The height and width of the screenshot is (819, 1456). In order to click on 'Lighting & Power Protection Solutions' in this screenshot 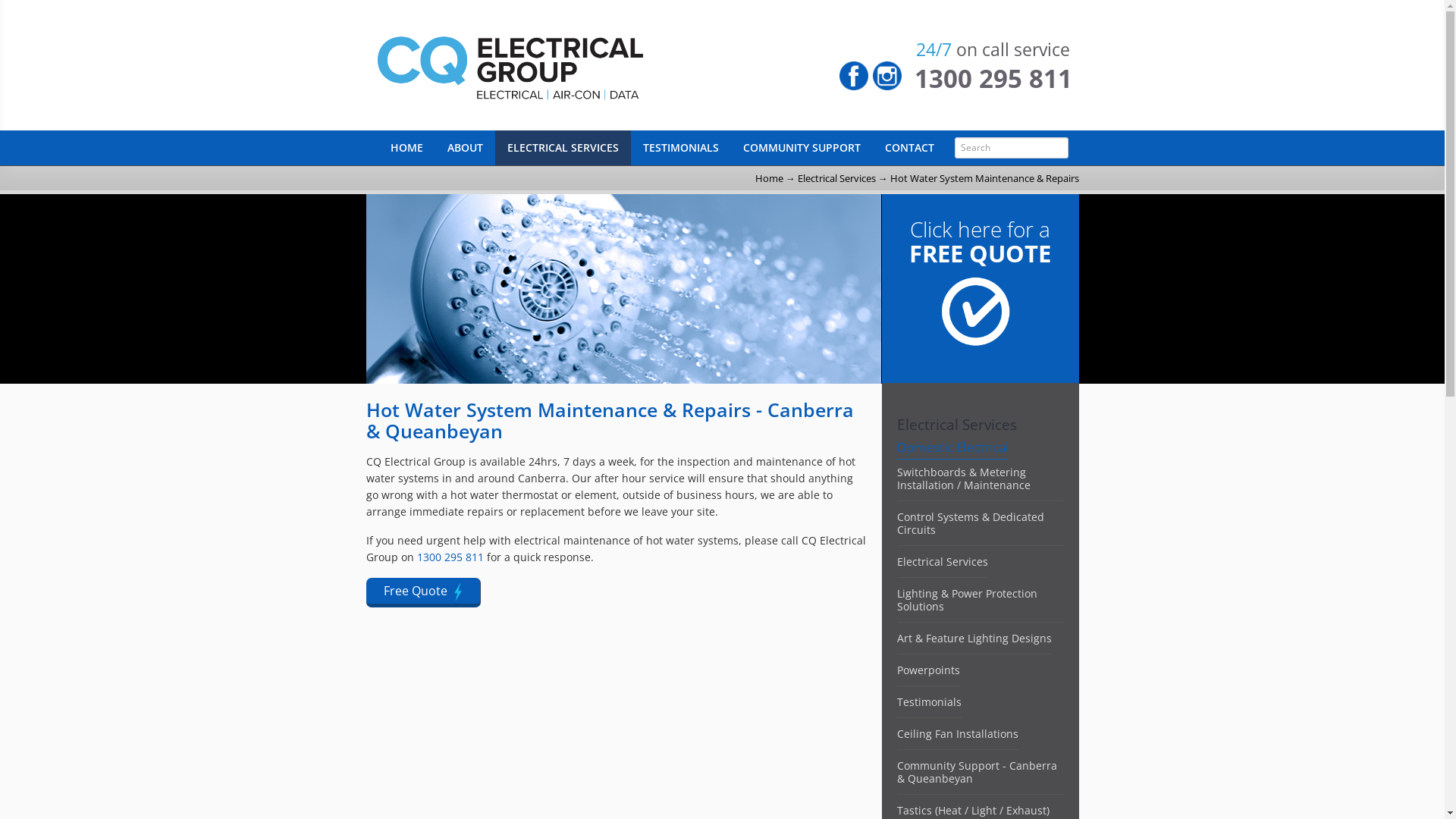, I will do `click(896, 598)`.